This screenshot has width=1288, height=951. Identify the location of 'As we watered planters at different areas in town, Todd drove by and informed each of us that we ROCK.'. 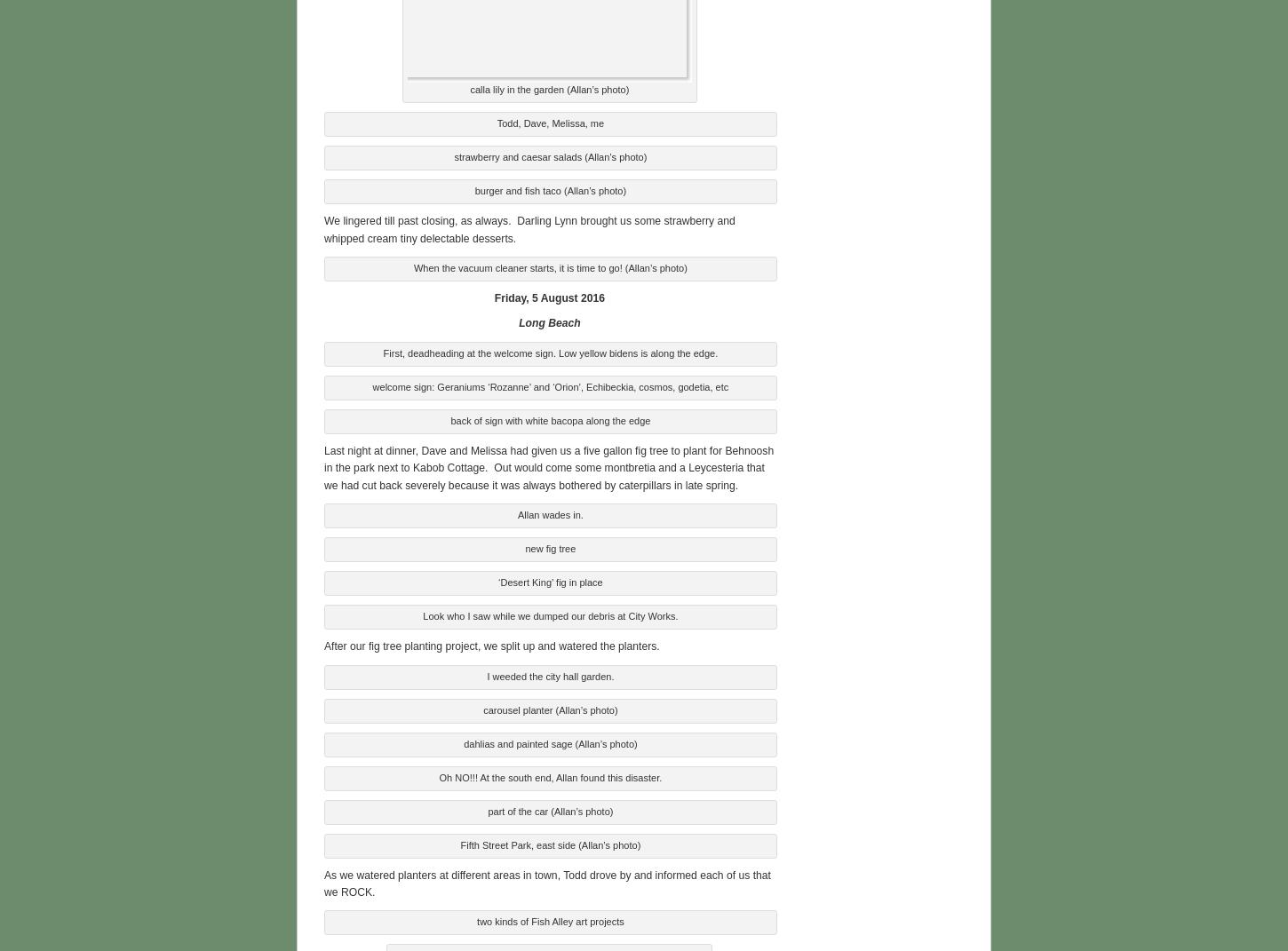
(545, 881).